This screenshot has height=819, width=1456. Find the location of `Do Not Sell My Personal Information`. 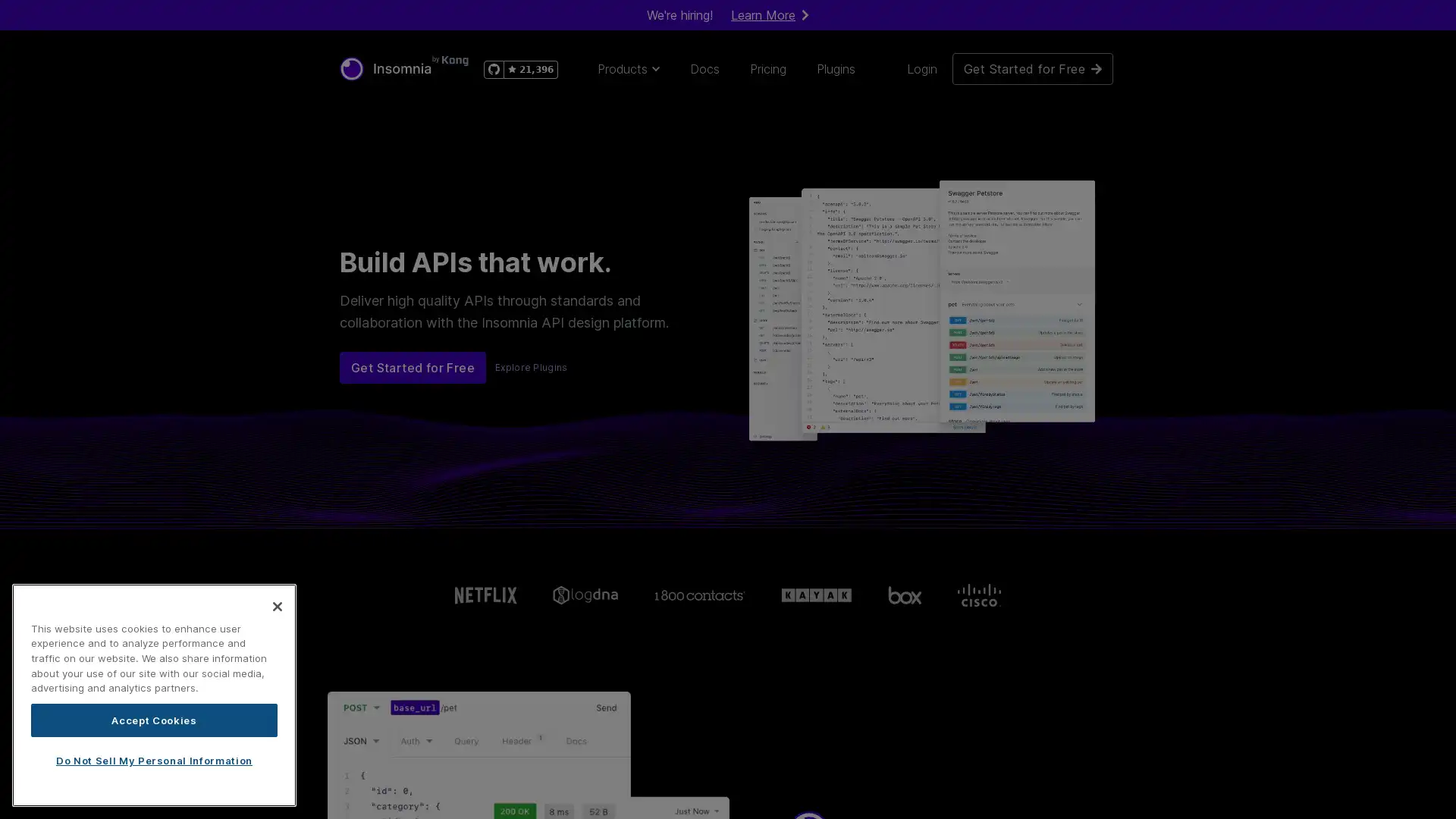

Do Not Sell My Personal Information is located at coordinates (154, 760).